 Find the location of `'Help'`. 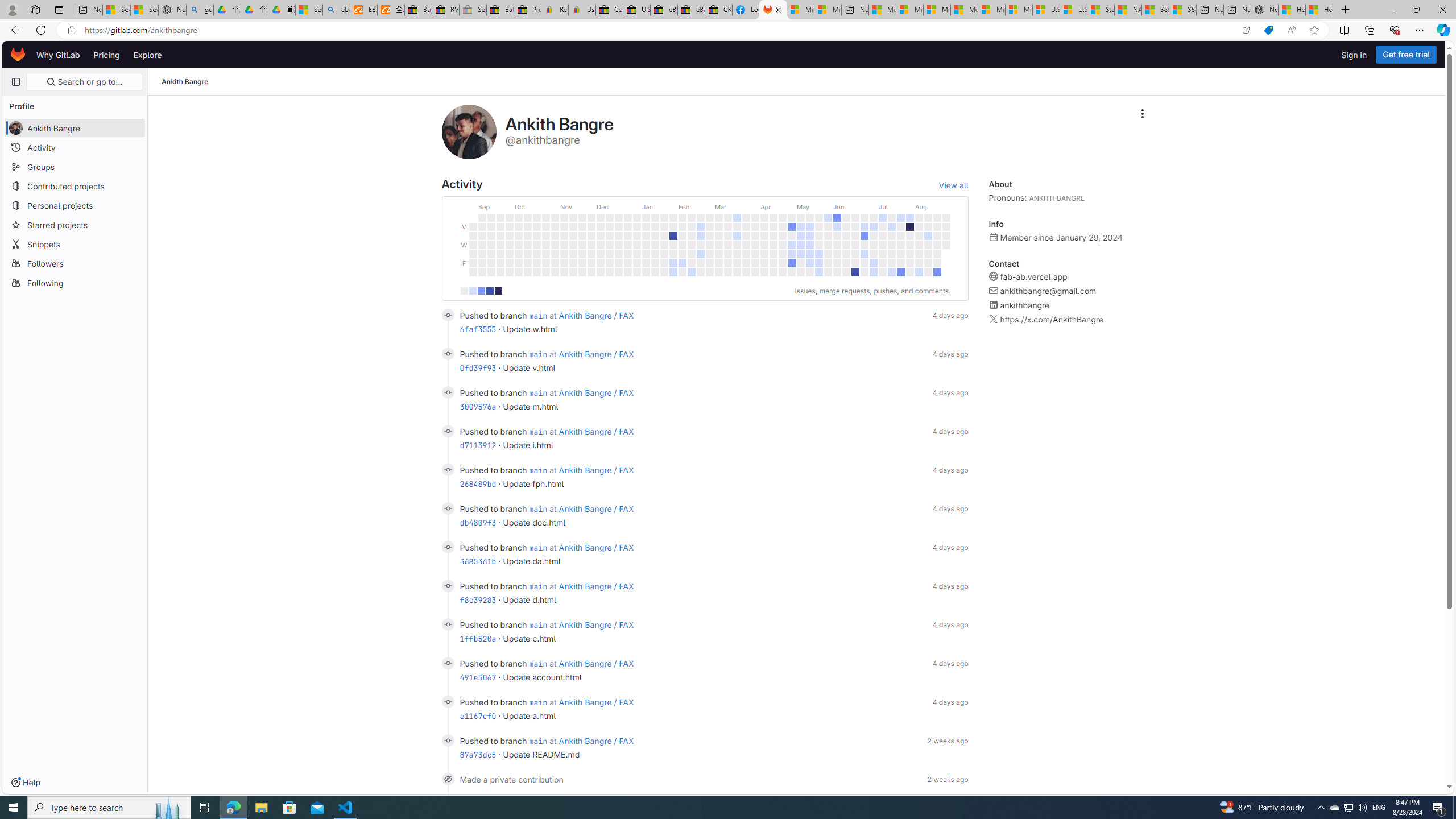

'Help' is located at coordinates (25, 781).